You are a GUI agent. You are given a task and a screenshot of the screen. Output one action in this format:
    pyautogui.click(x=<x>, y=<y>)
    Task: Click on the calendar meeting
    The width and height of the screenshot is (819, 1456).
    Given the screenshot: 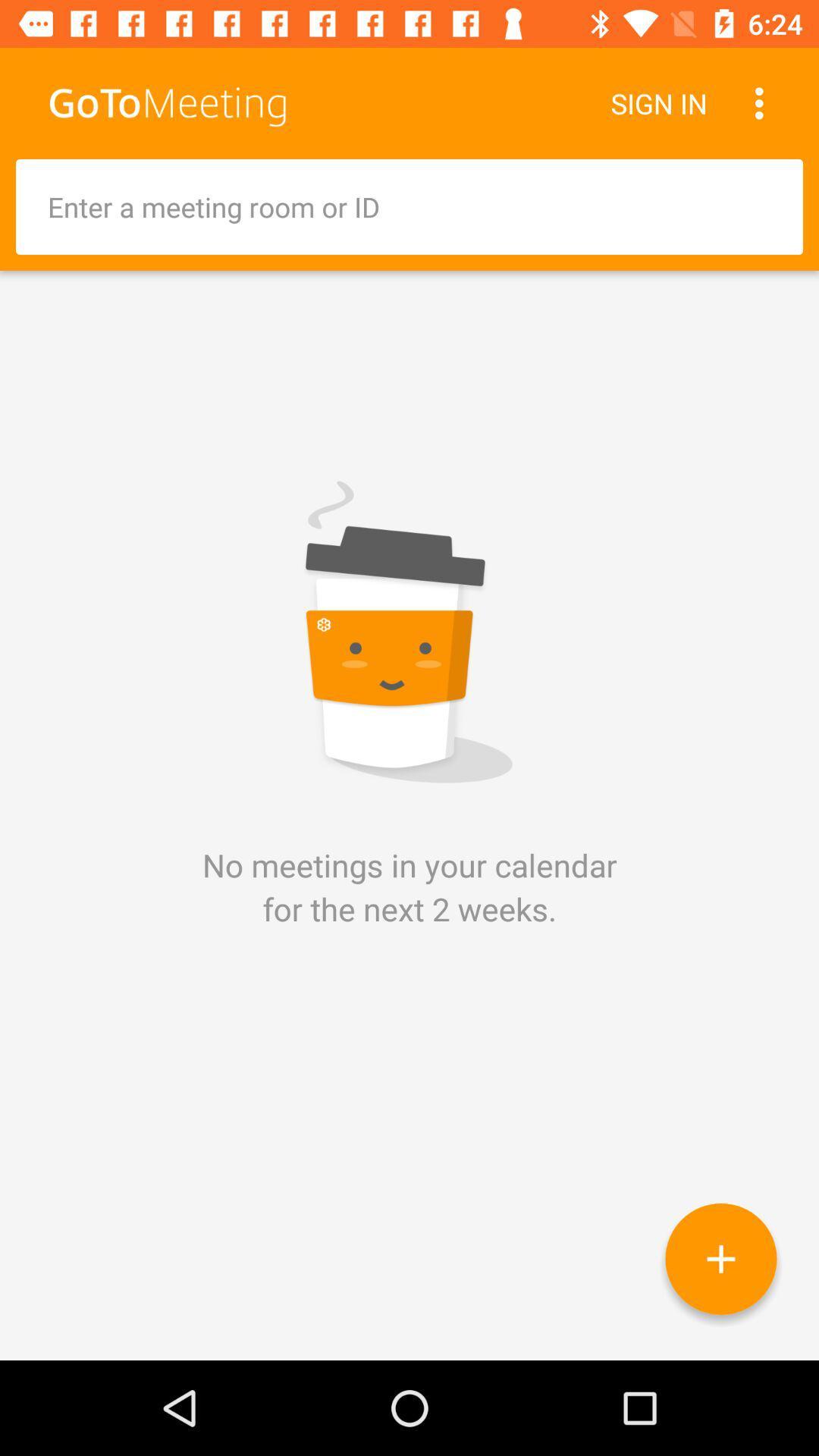 What is the action you would take?
    pyautogui.click(x=720, y=1259)
    